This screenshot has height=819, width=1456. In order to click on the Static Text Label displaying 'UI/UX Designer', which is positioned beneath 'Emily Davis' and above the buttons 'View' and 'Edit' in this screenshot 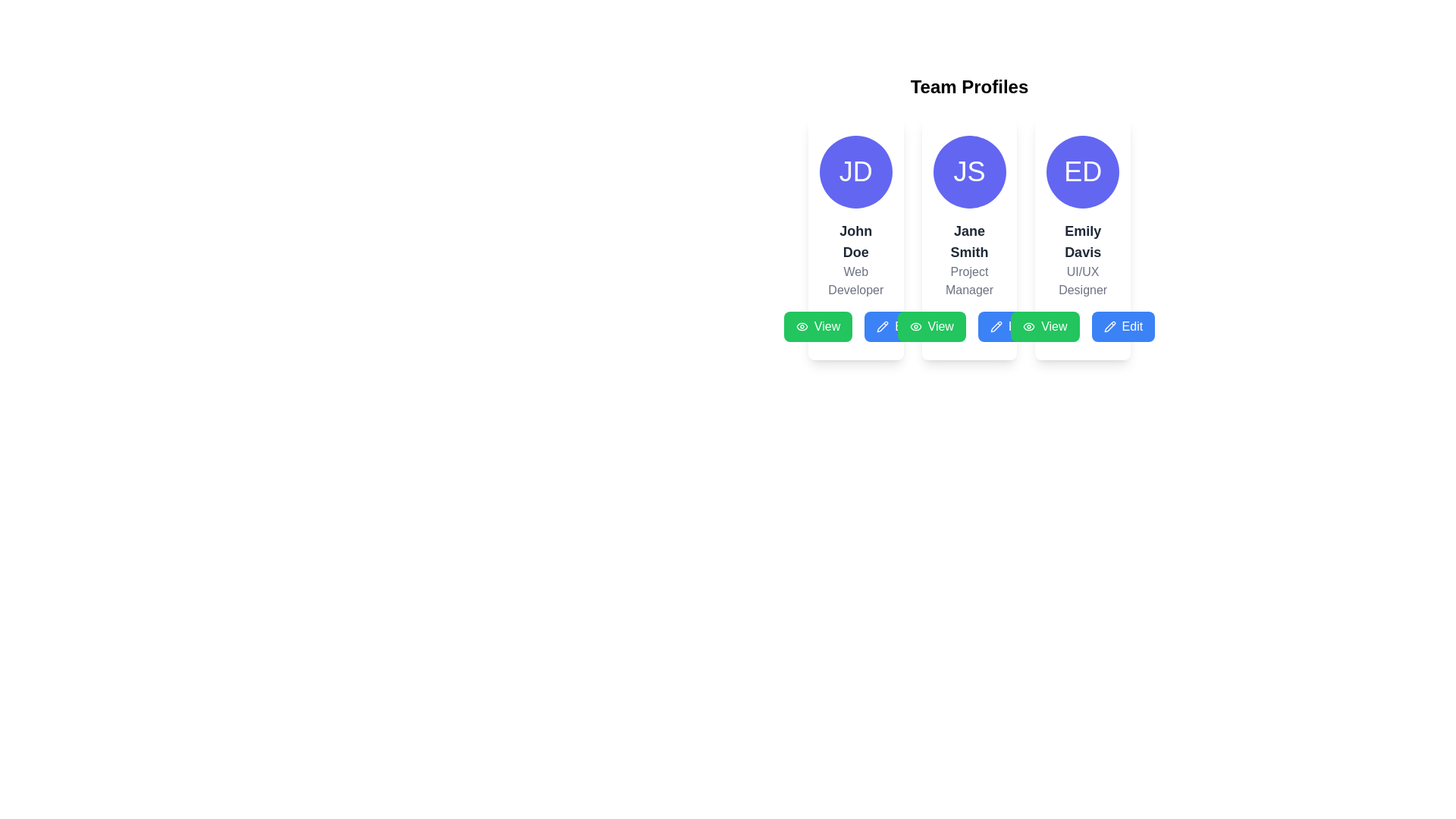, I will do `click(1082, 281)`.